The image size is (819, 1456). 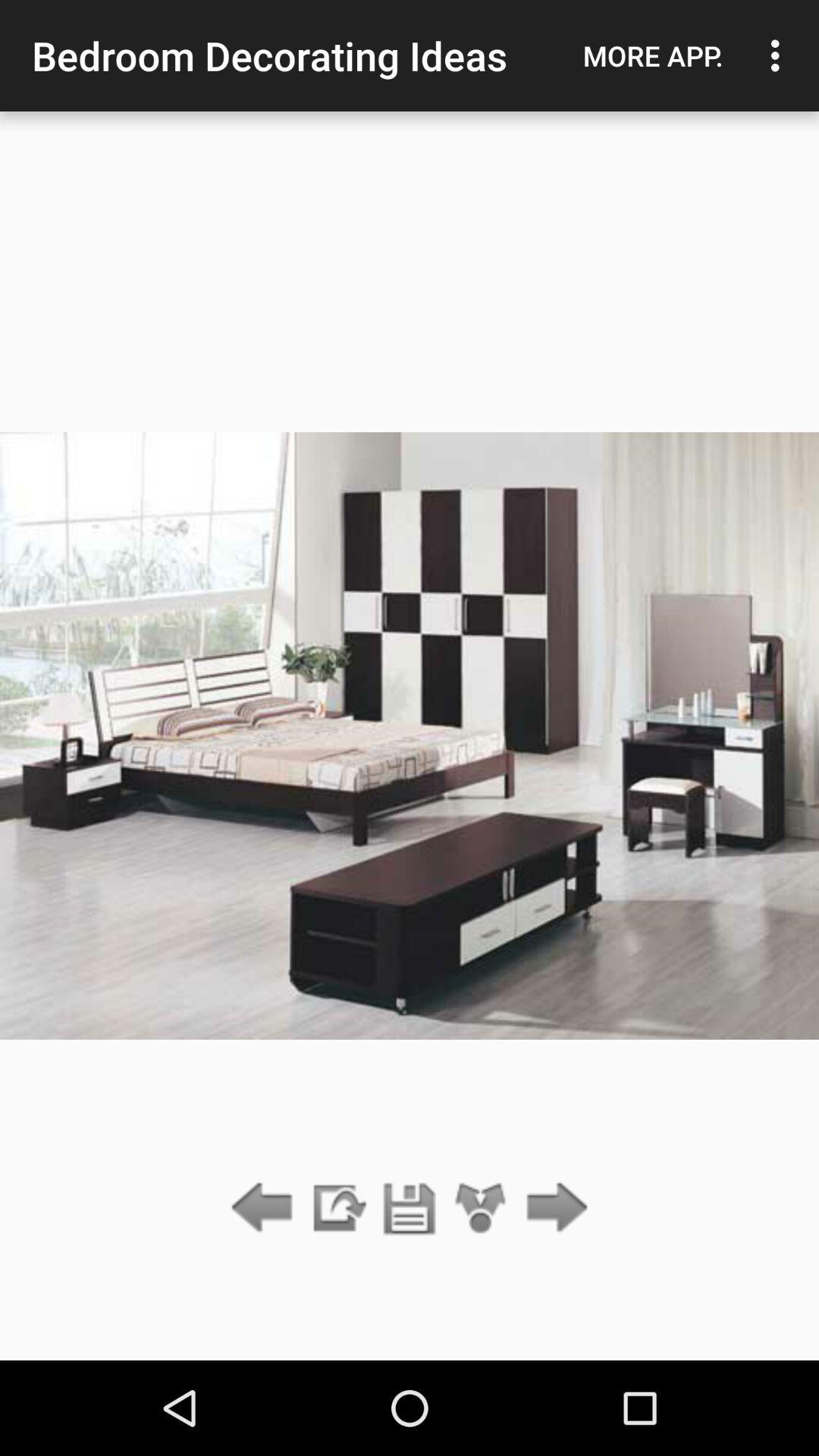 What do you see at coordinates (409, 1208) in the screenshot?
I see `the save icon` at bounding box center [409, 1208].